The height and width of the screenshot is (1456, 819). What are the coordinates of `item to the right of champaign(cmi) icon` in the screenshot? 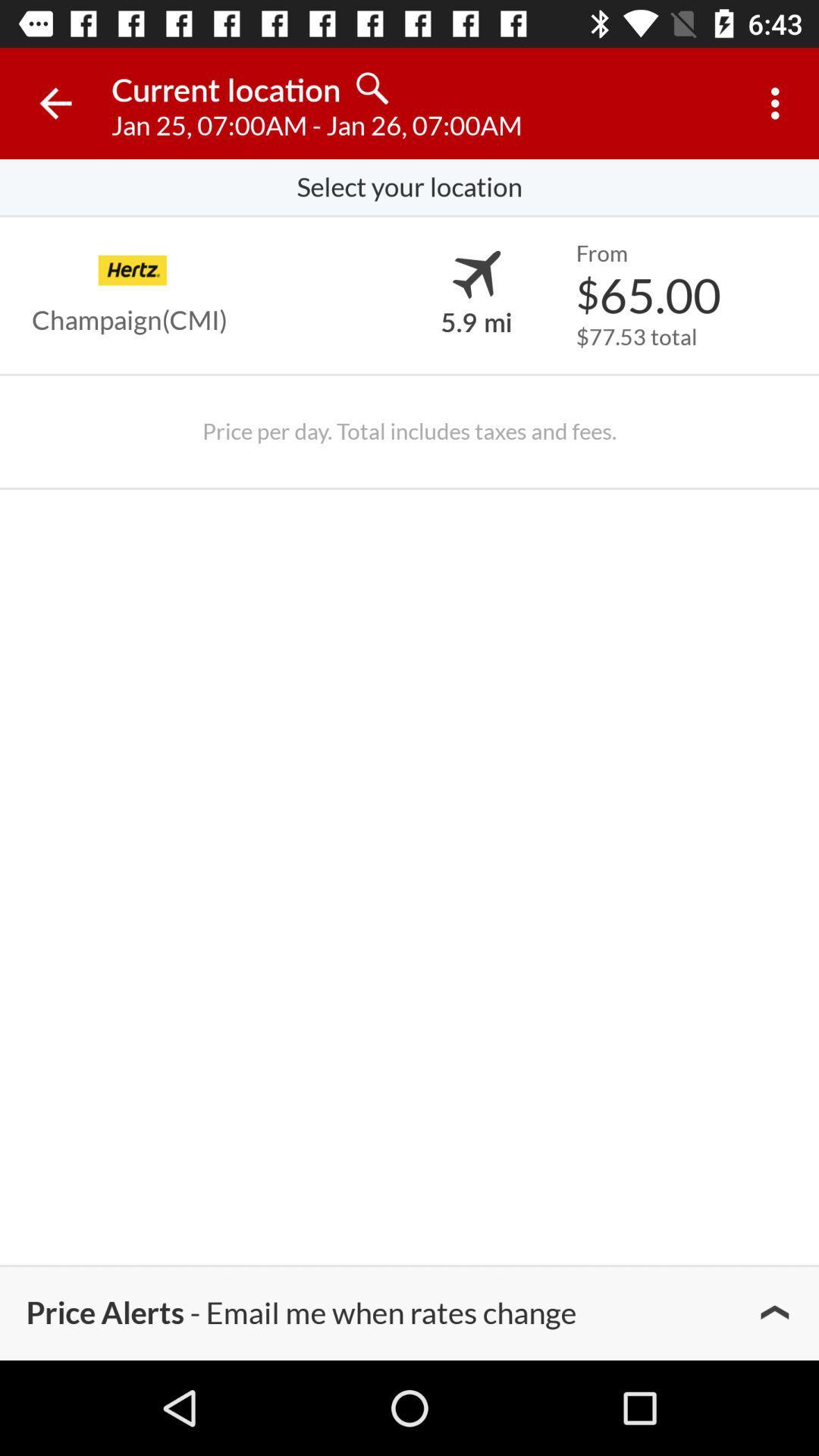 It's located at (475, 320).